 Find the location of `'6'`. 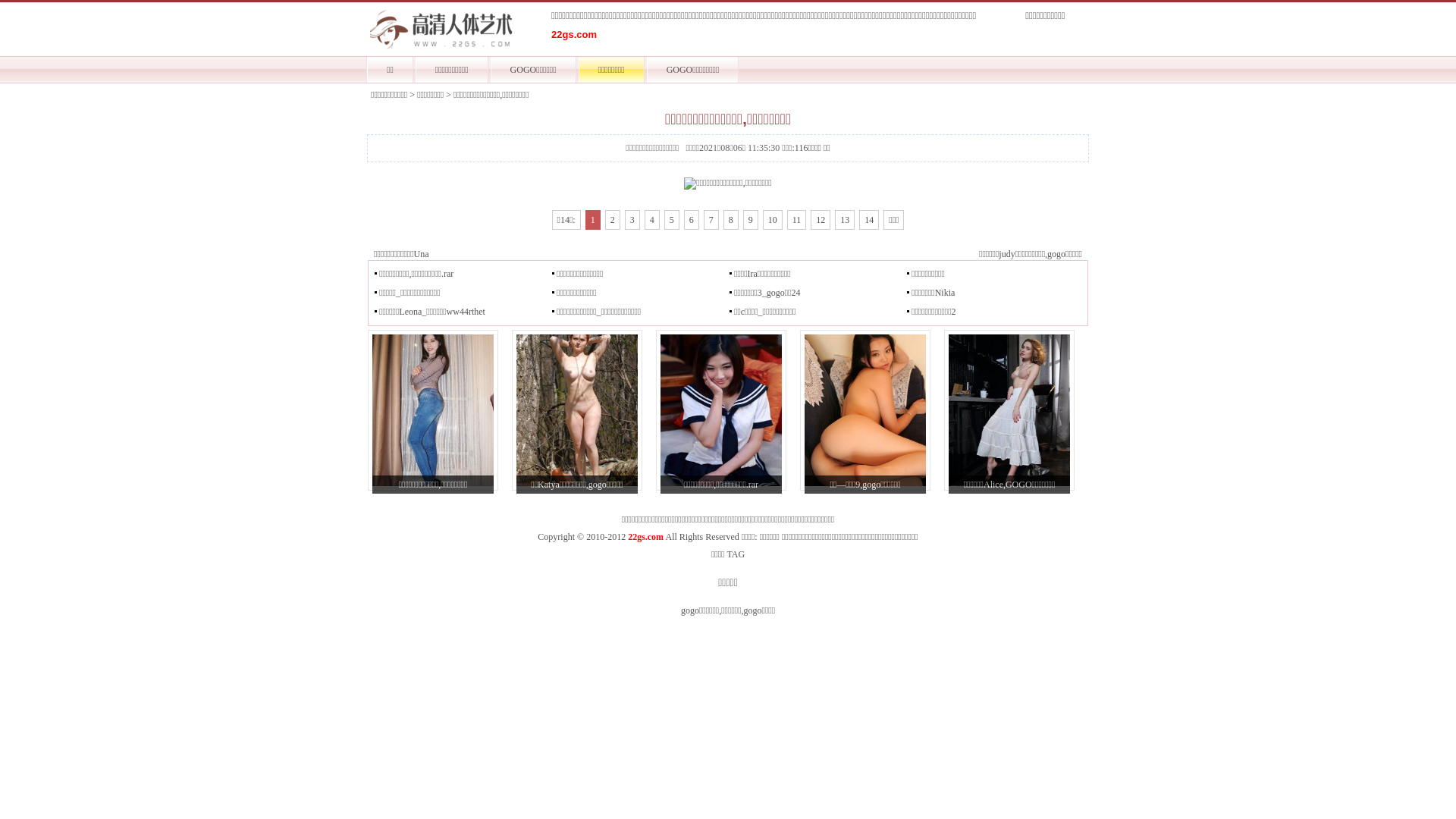

'6' is located at coordinates (691, 219).